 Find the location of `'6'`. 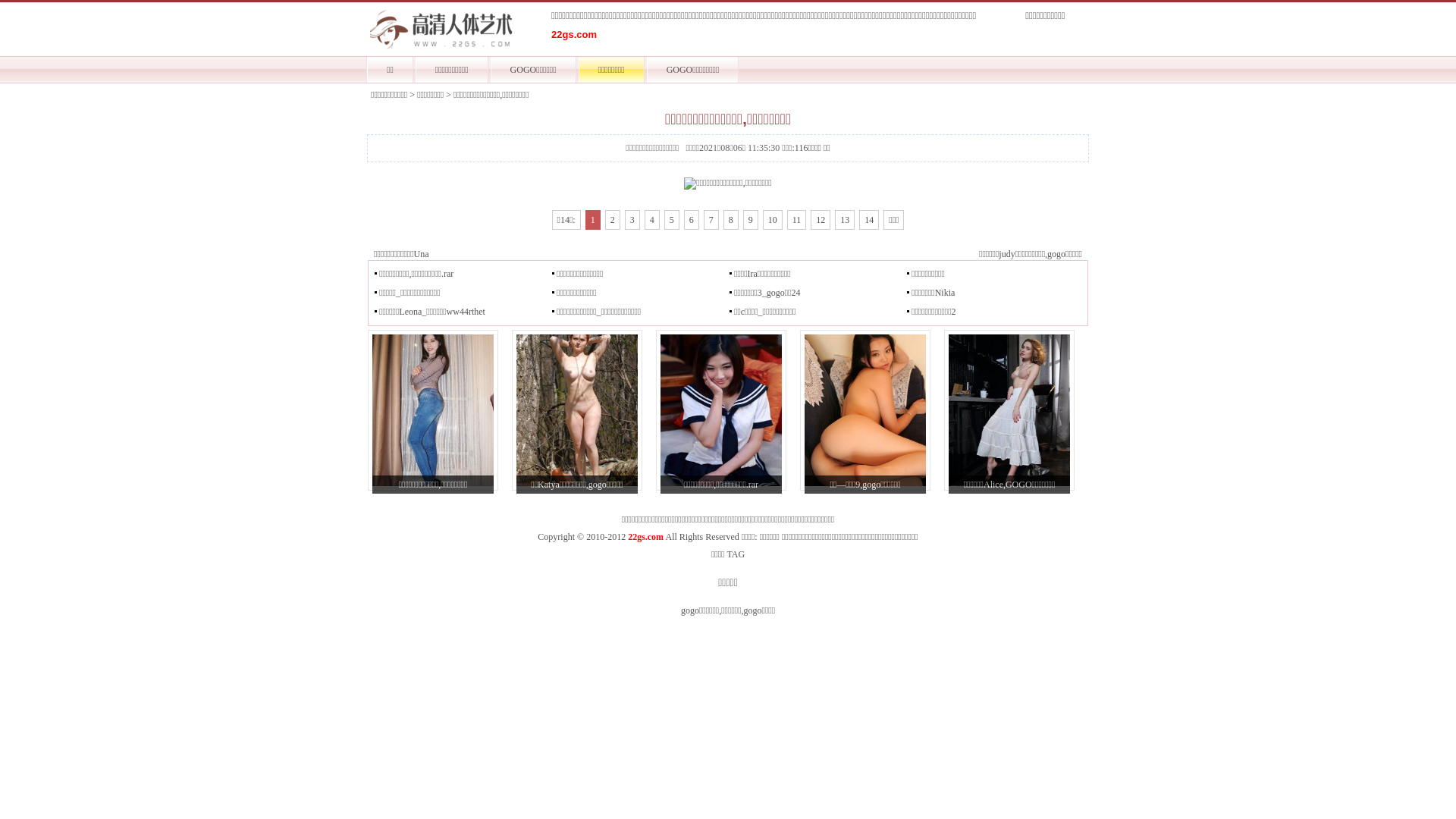

'6' is located at coordinates (691, 219).